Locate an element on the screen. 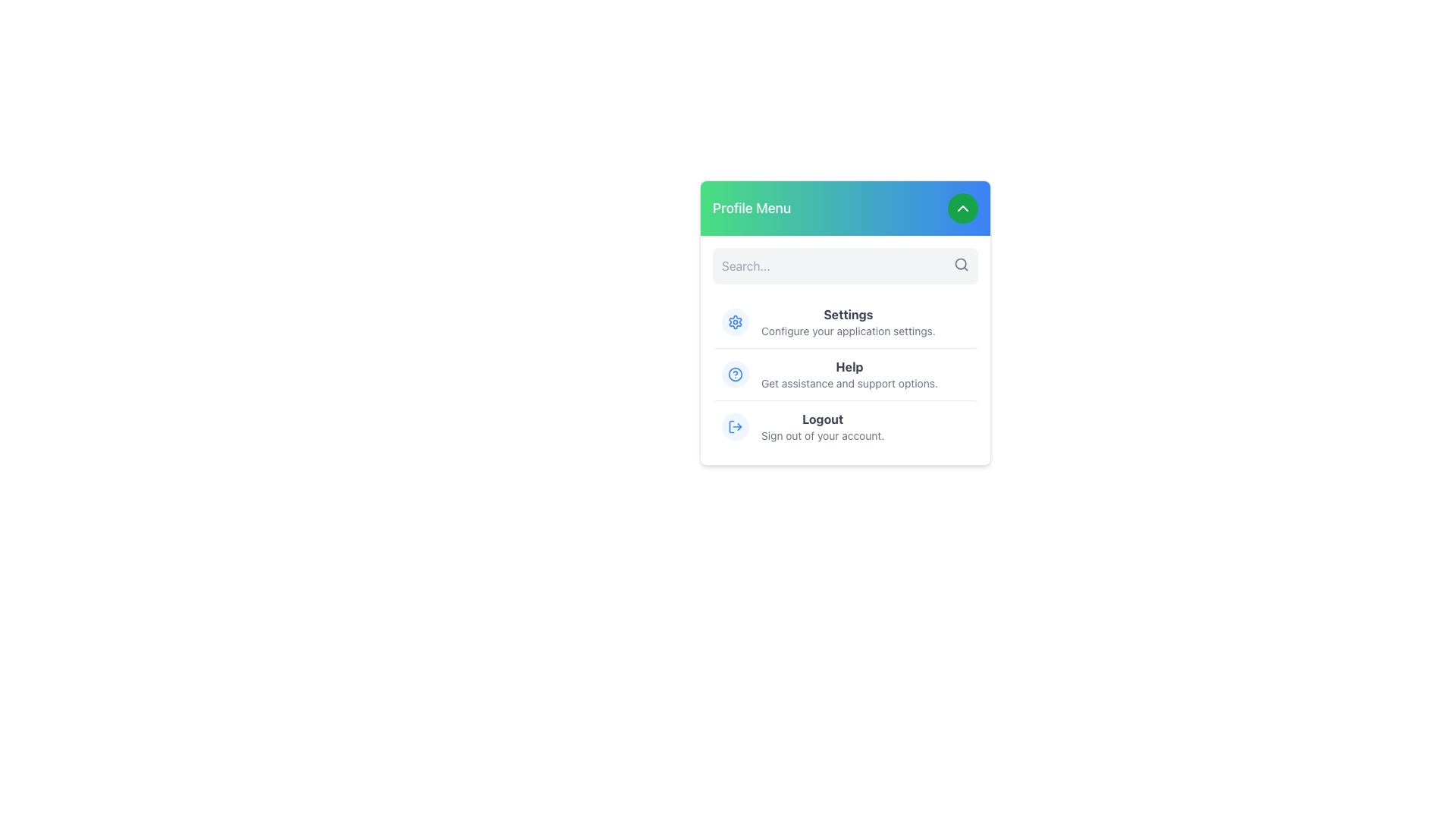 The width and height of the screenshot is (1456, 819). 'Settings' navigation menu item text, which consists of 'Settings' in bold dark gray and 'Configure your application settings.' in smaller lighter gray, located in the middle section of the vertical menu is located at coordinates (847, 321).